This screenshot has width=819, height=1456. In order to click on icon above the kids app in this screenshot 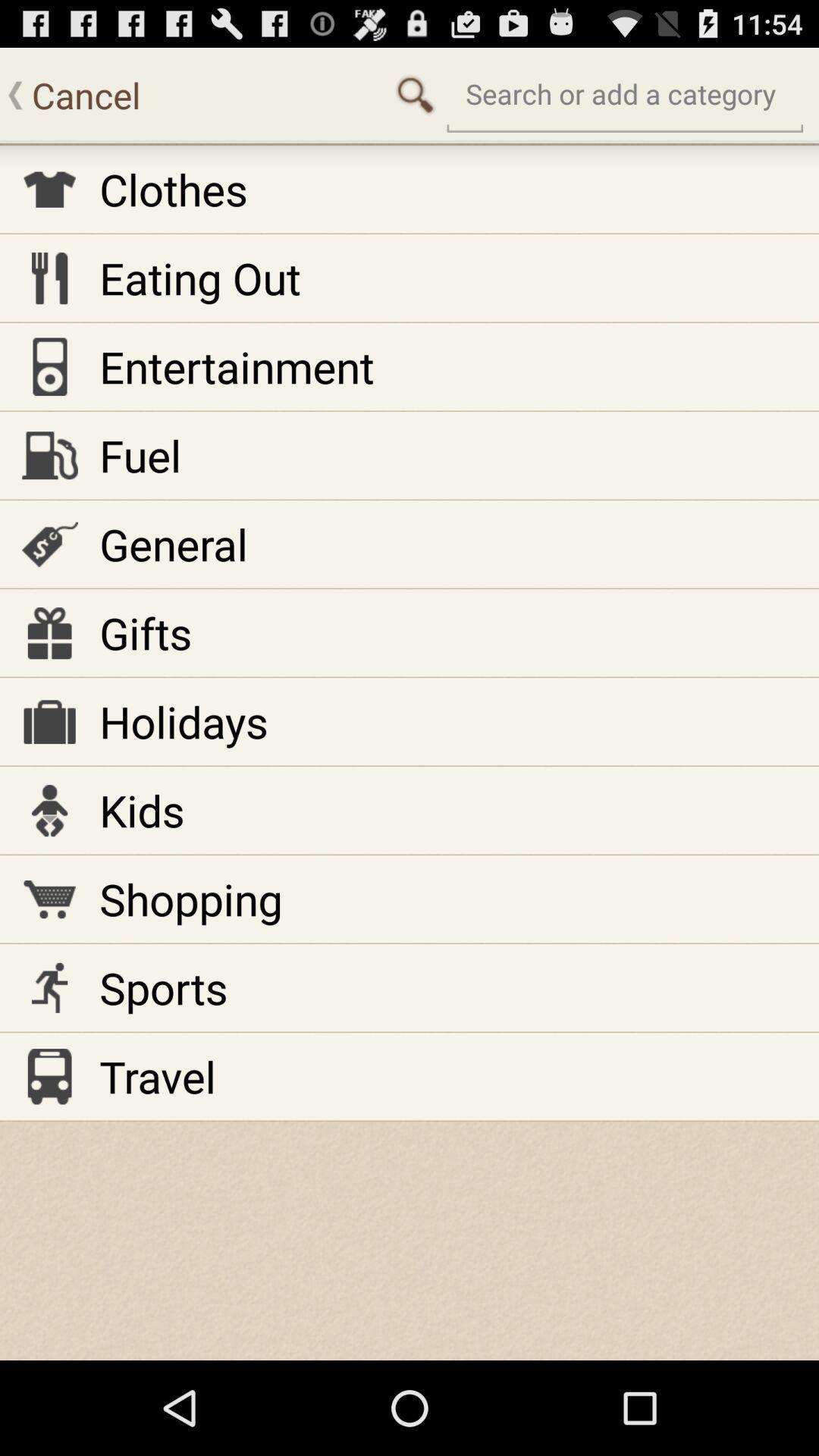, I will do `click(183, 720)`.